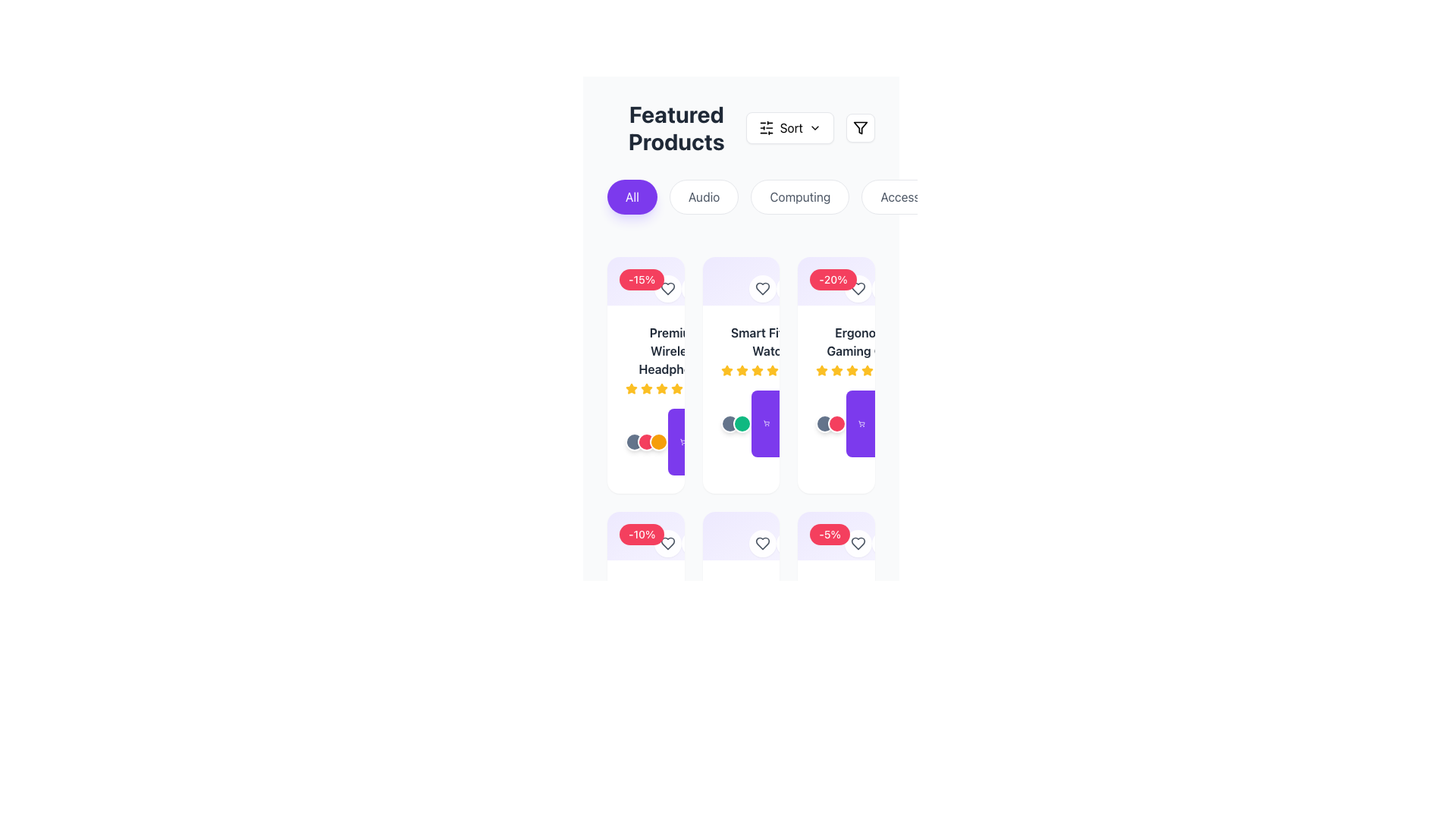  What do you see at coordinates (667, 289) in the screenshot?
I see `the favorite button in the top-right corner of the 'Premium Wireless Headphone' product card, which is the first of two circular buttons` at bounding box center [667, 289].